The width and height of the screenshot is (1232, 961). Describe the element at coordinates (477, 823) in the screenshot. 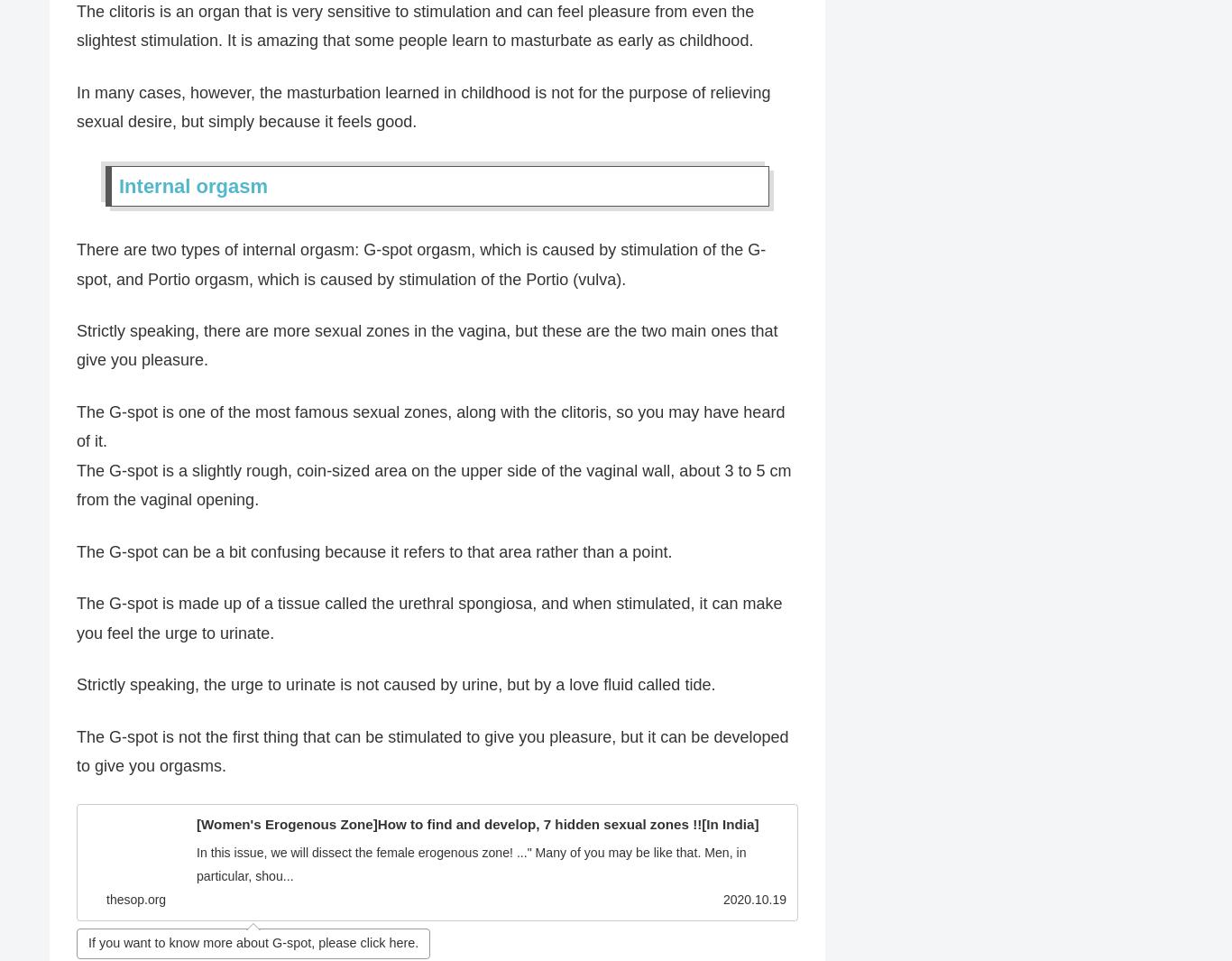

I see `'[Women's Erogenous Zone]How to find and develop, 7 hidden sexual zones !![In India]'` at that location.